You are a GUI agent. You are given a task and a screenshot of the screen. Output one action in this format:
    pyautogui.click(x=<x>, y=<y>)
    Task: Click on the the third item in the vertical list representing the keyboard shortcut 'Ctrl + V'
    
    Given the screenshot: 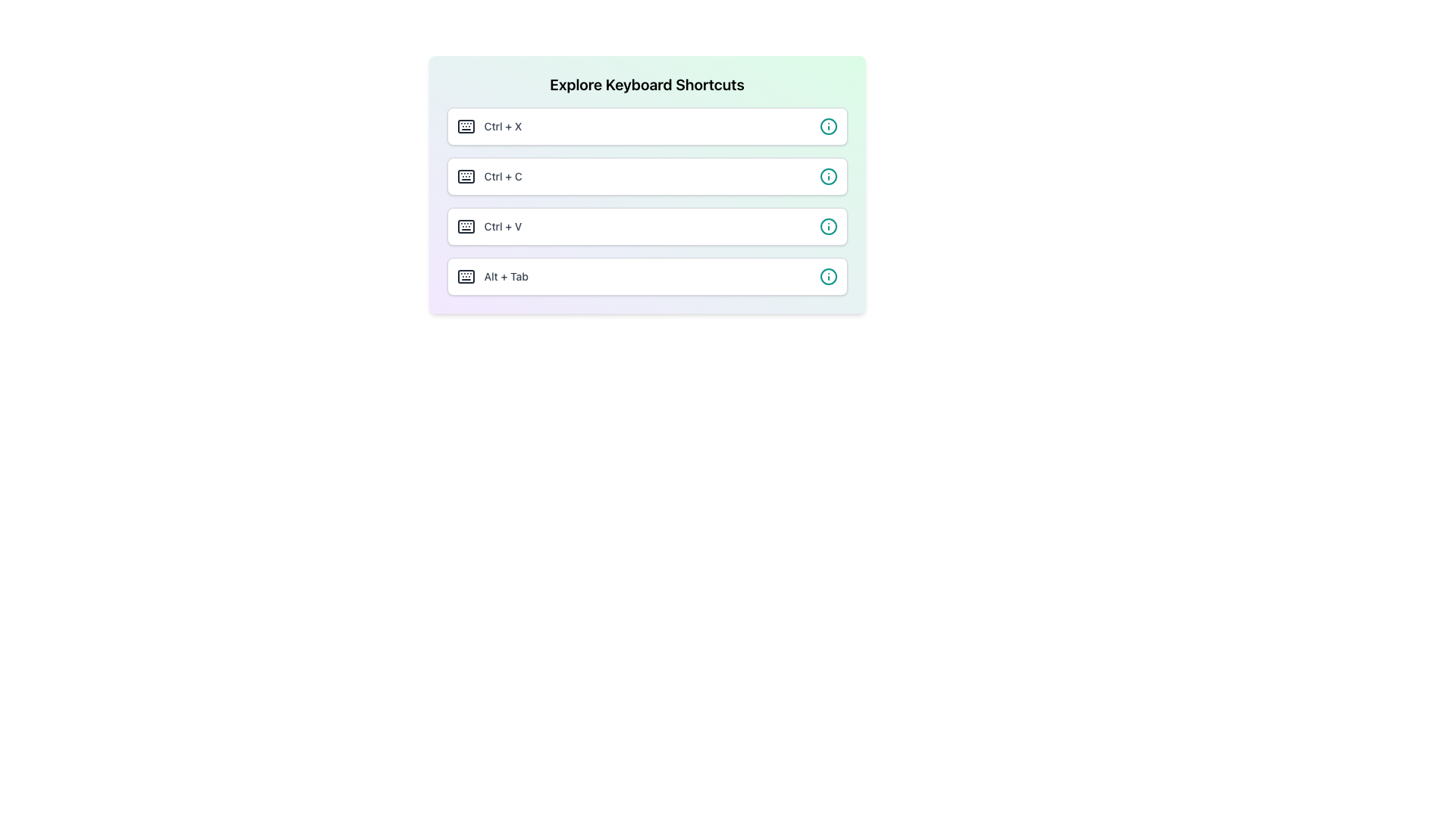 What is the action you would take?
    pyautogui.click(x=647, y=227)
    